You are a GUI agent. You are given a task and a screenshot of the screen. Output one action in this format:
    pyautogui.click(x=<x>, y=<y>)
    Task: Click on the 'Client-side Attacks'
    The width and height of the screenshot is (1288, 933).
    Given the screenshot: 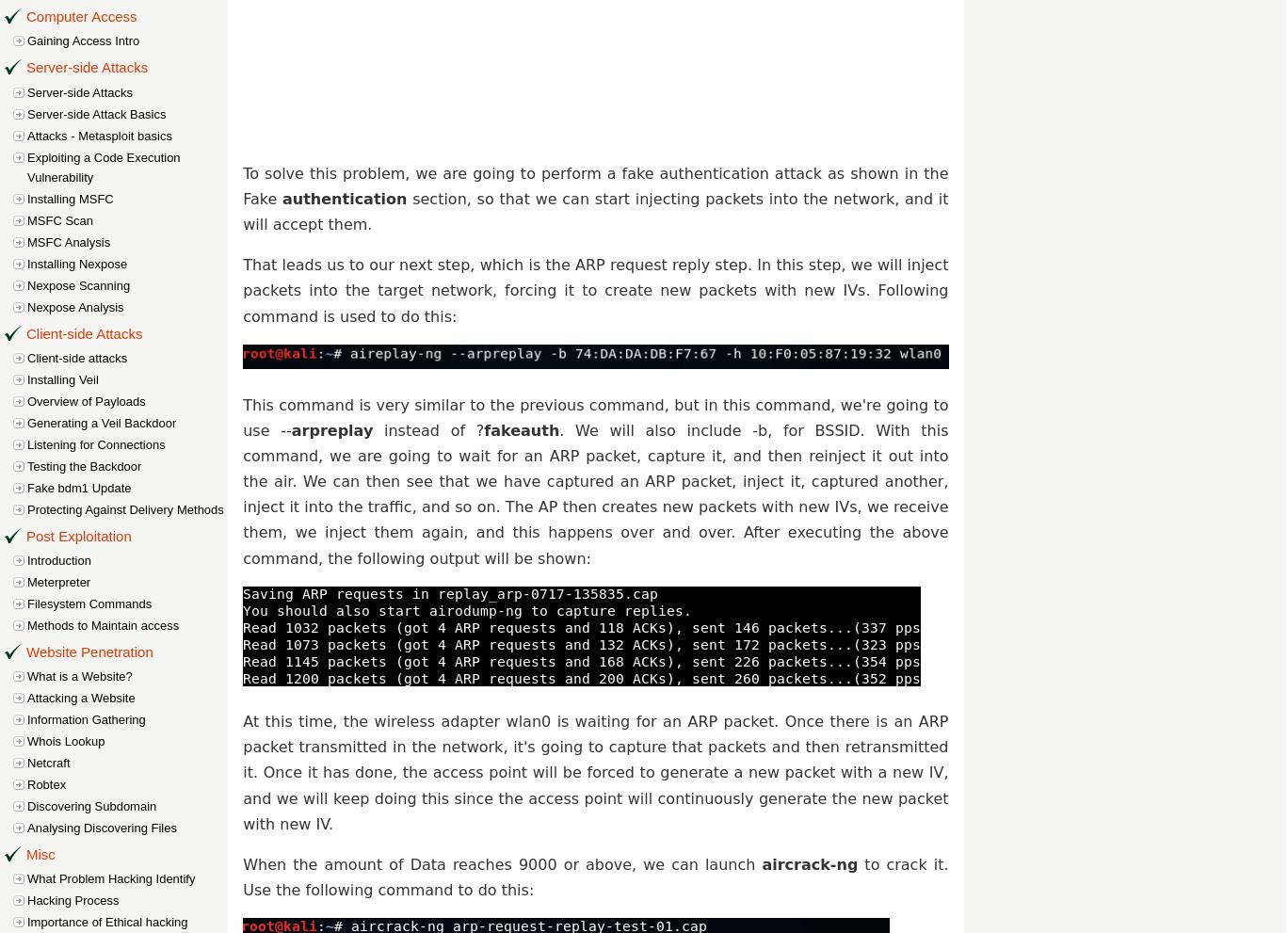 What is the action you would take?
    pyautogui.click(x=84, y=332)
    